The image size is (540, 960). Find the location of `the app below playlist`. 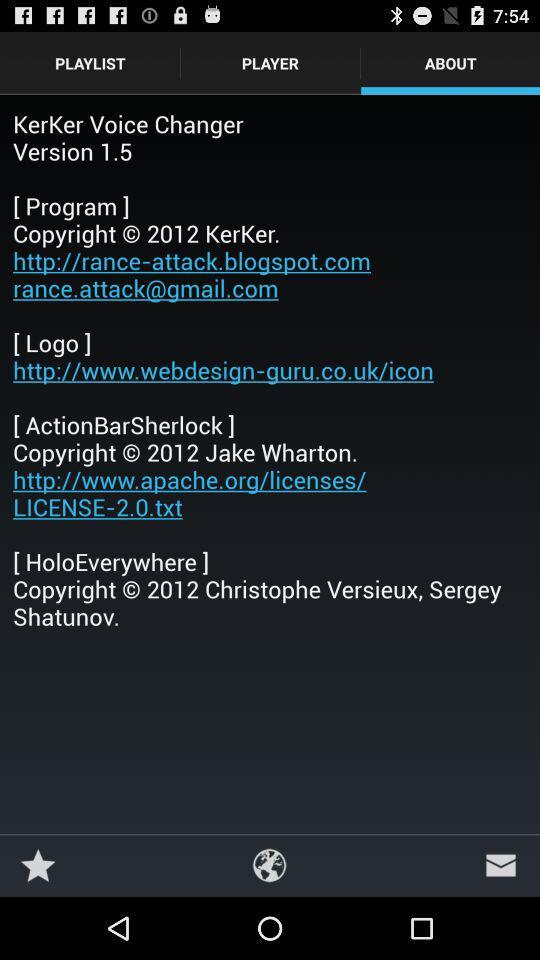

the app below playlist is located at coordinates (270, 368).